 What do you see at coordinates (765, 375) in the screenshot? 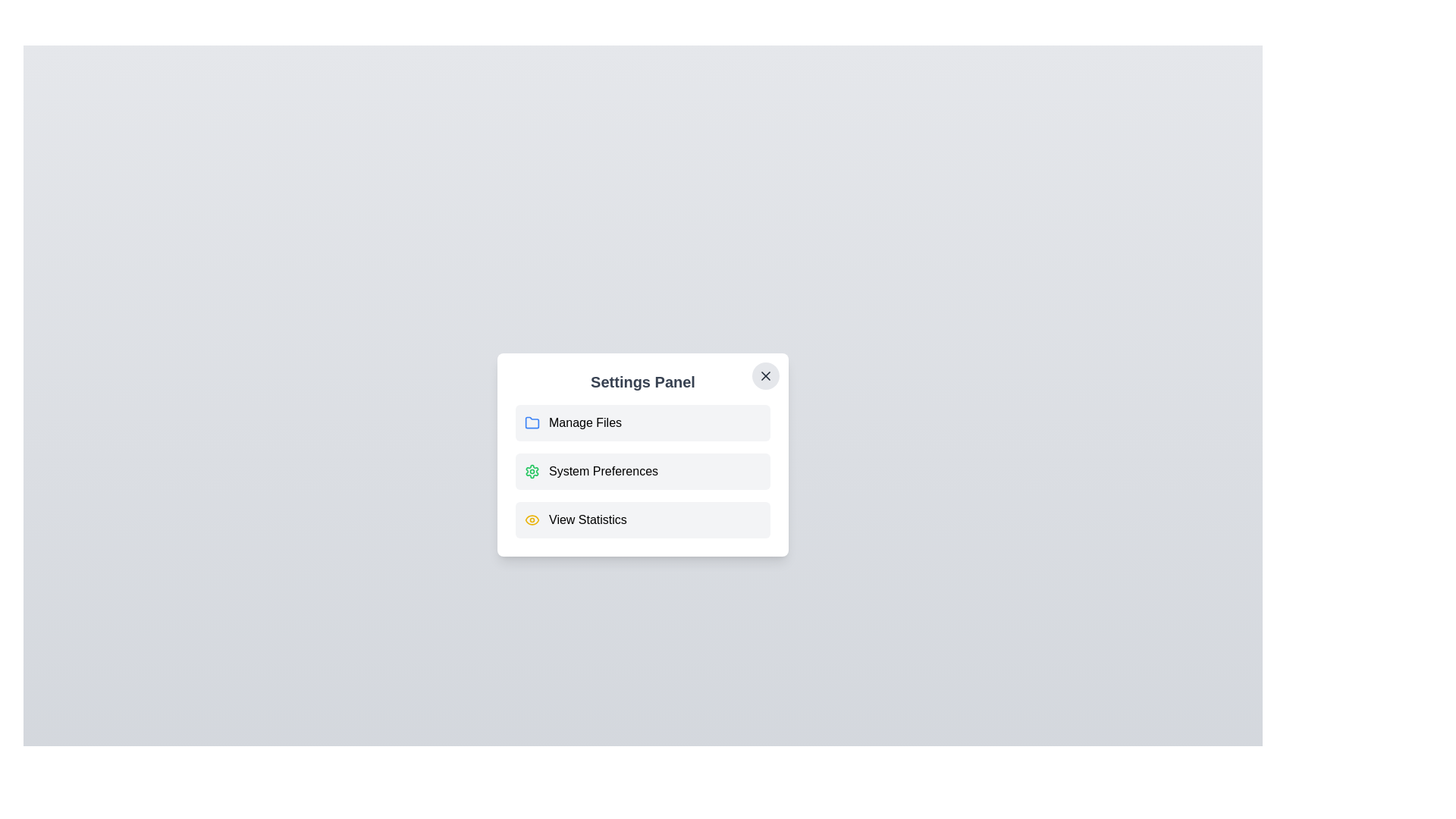
I see `the close button located in the top-right corner of the 'Settings Panel'` at bounding box center [765, 375].